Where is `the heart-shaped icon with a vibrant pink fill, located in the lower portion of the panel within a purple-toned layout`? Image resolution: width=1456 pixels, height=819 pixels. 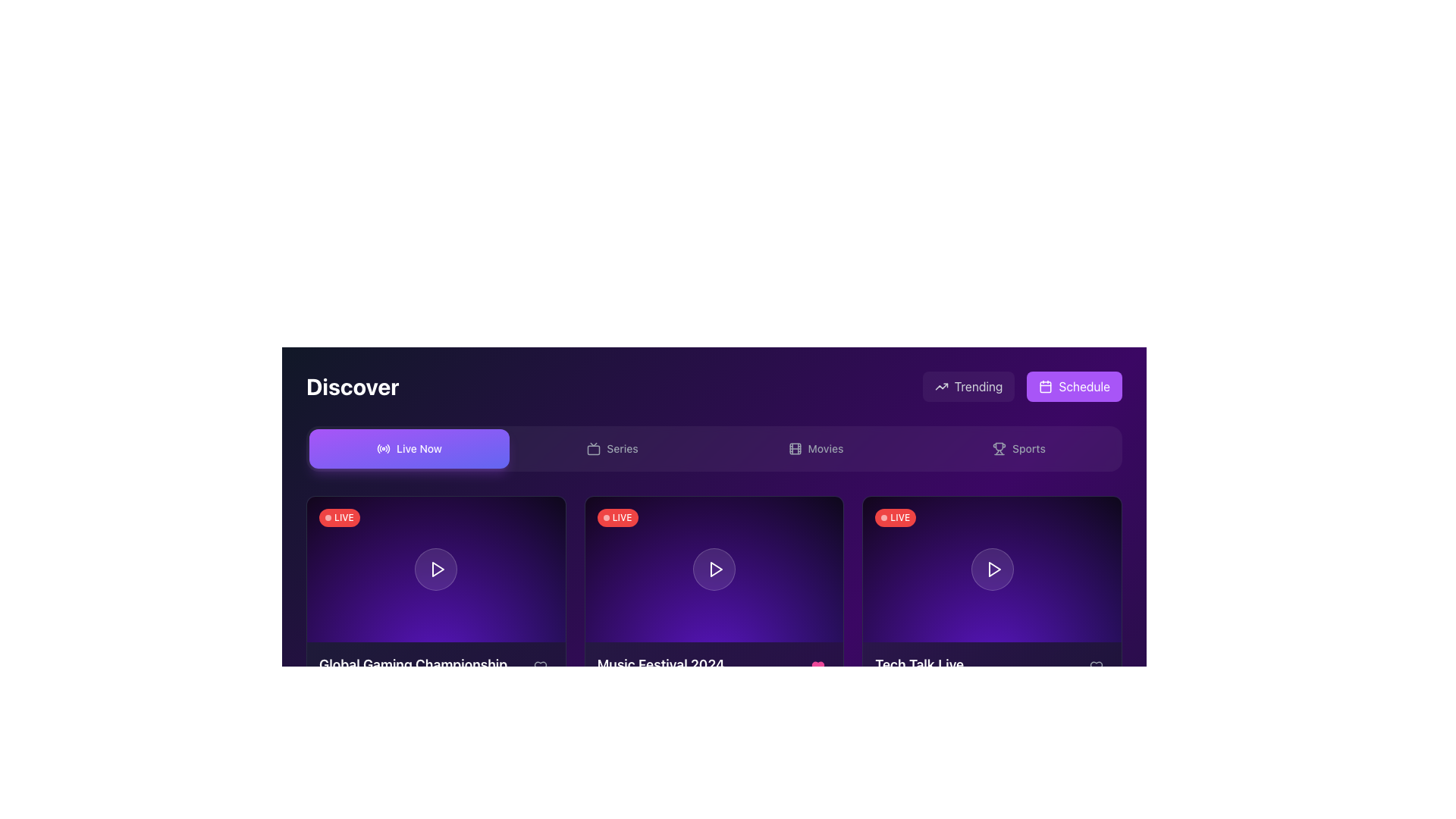
the heart-shaped icon with a vibrant pink fill, located in the lower portion of the panel within a purple-toned layout is located at coordinates (817, 666).